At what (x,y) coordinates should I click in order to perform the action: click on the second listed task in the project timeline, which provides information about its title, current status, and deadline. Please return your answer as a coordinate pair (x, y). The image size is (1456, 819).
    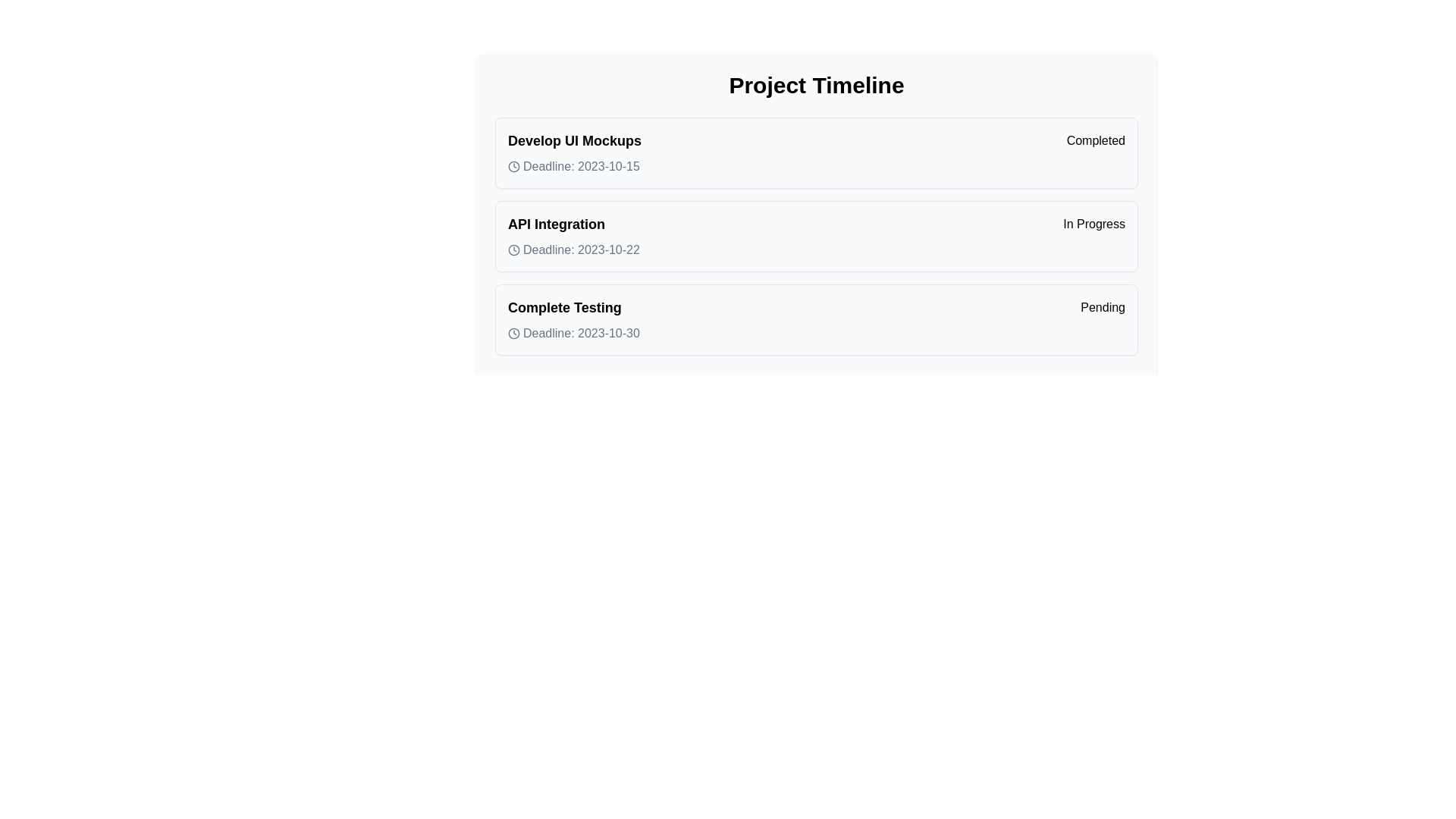
    Looking at the image, I should click on (815, 237).